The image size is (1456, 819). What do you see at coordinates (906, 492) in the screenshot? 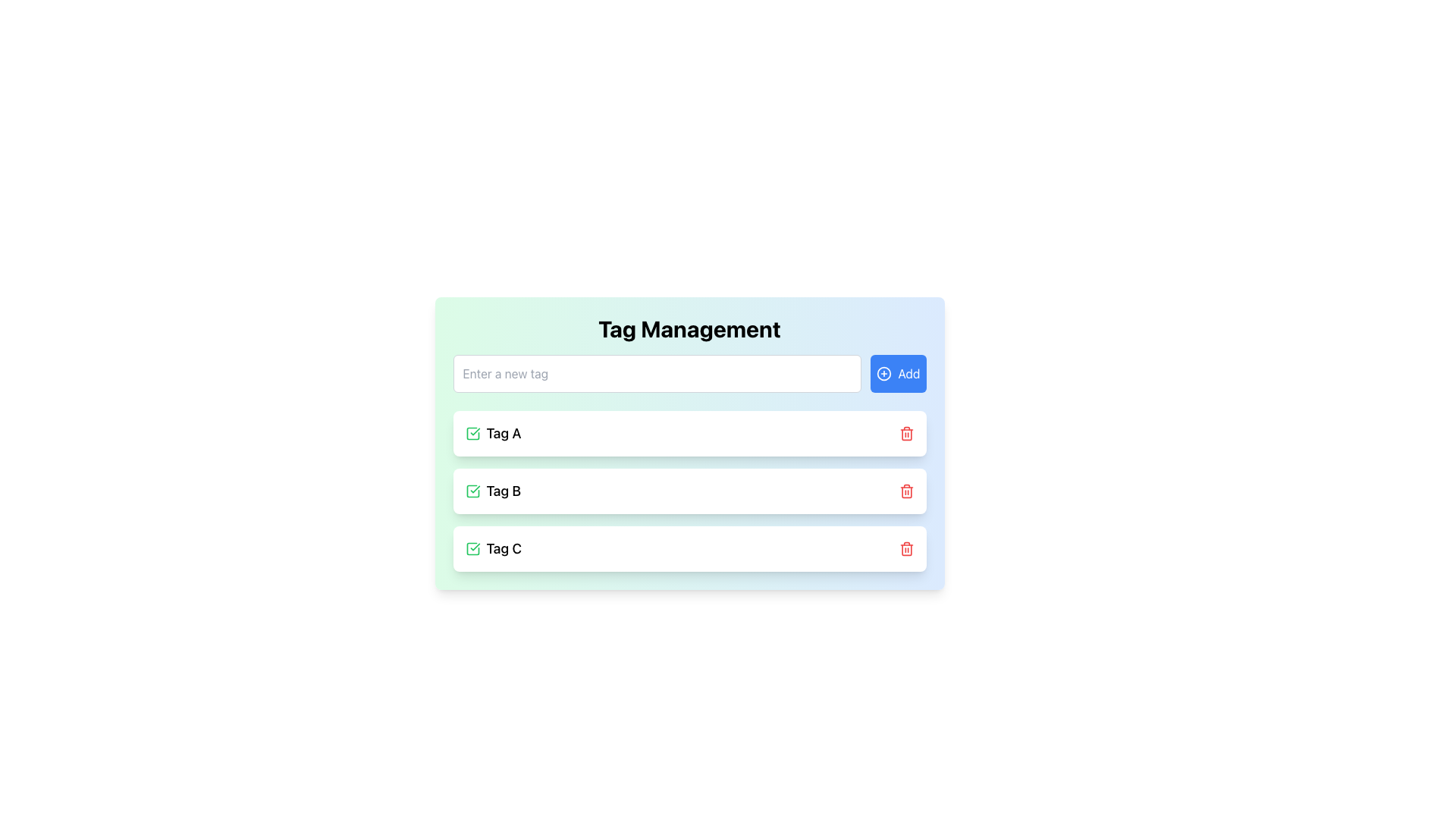
I see `the middle component of the trashcan icon located on the right-hand side of each tag row, which visually represents a deletion interaction` at bounding box center [906, 492].